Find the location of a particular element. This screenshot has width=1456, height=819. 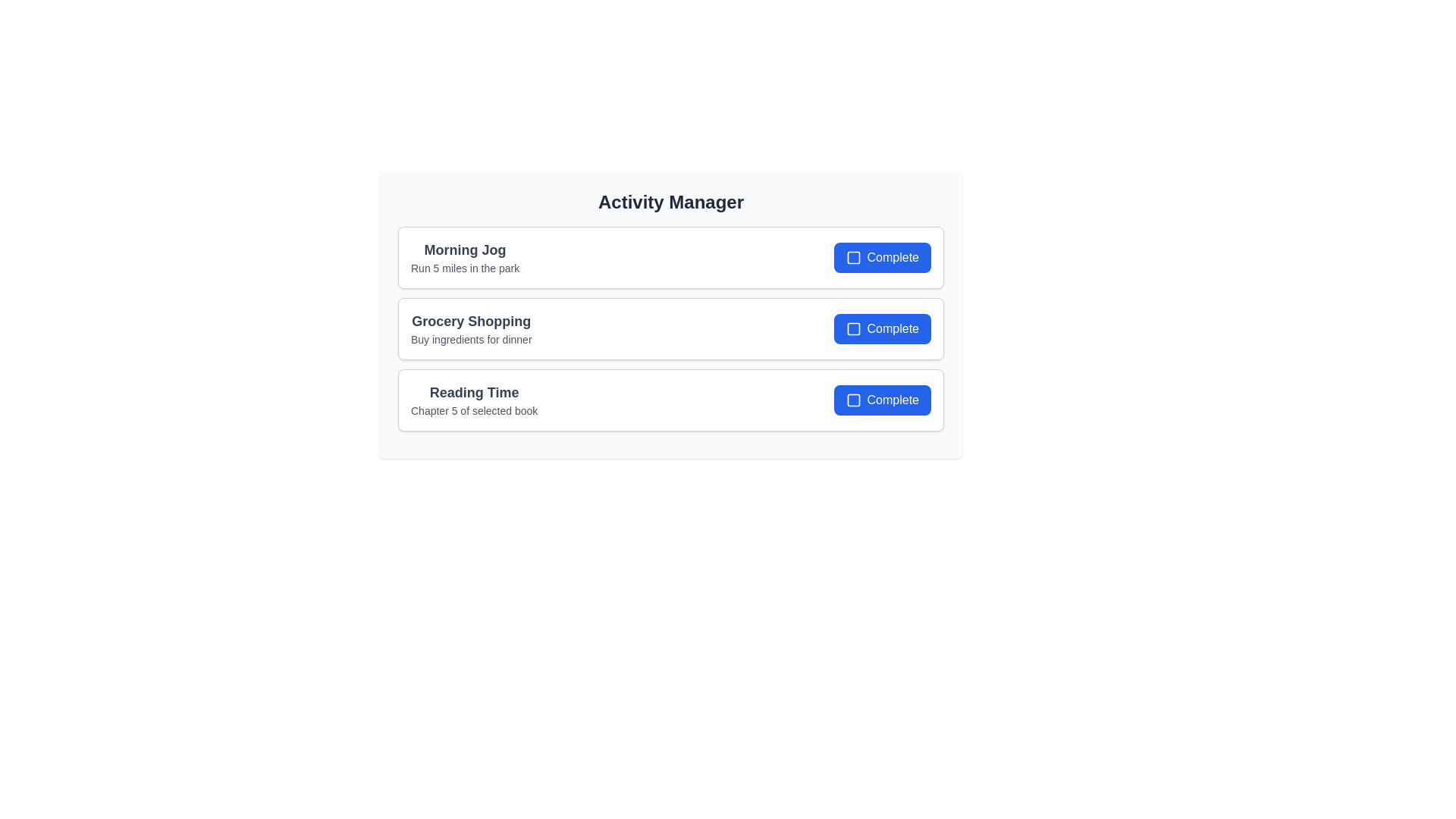

the descriptive text element for the activity 'Morning Jog', which is located below the title in the first row of the activity list is located at coordinates (464, 268).